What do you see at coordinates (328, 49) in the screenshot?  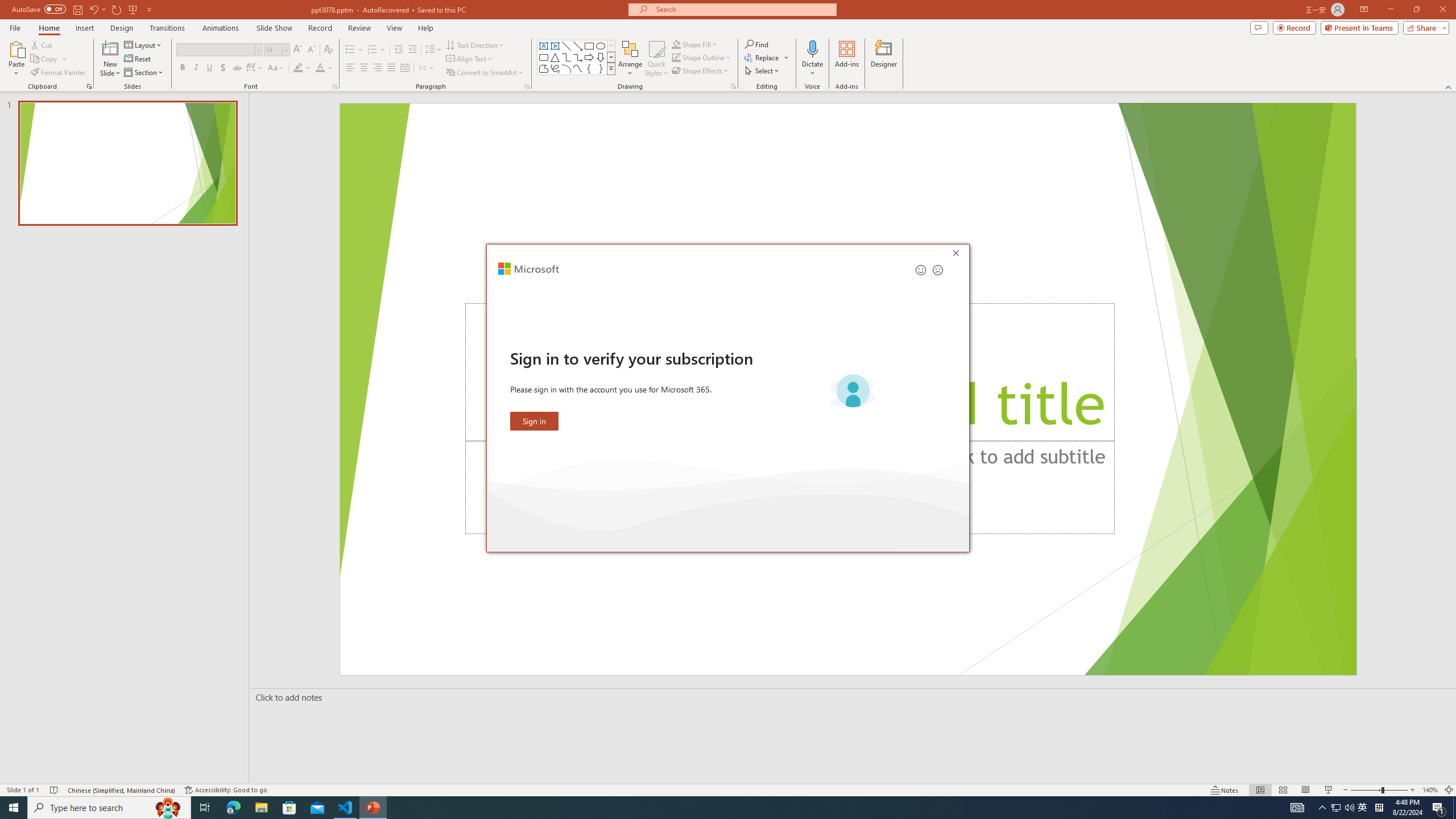 I see `'Clear Formatting'` at bounding box center [328, 49].